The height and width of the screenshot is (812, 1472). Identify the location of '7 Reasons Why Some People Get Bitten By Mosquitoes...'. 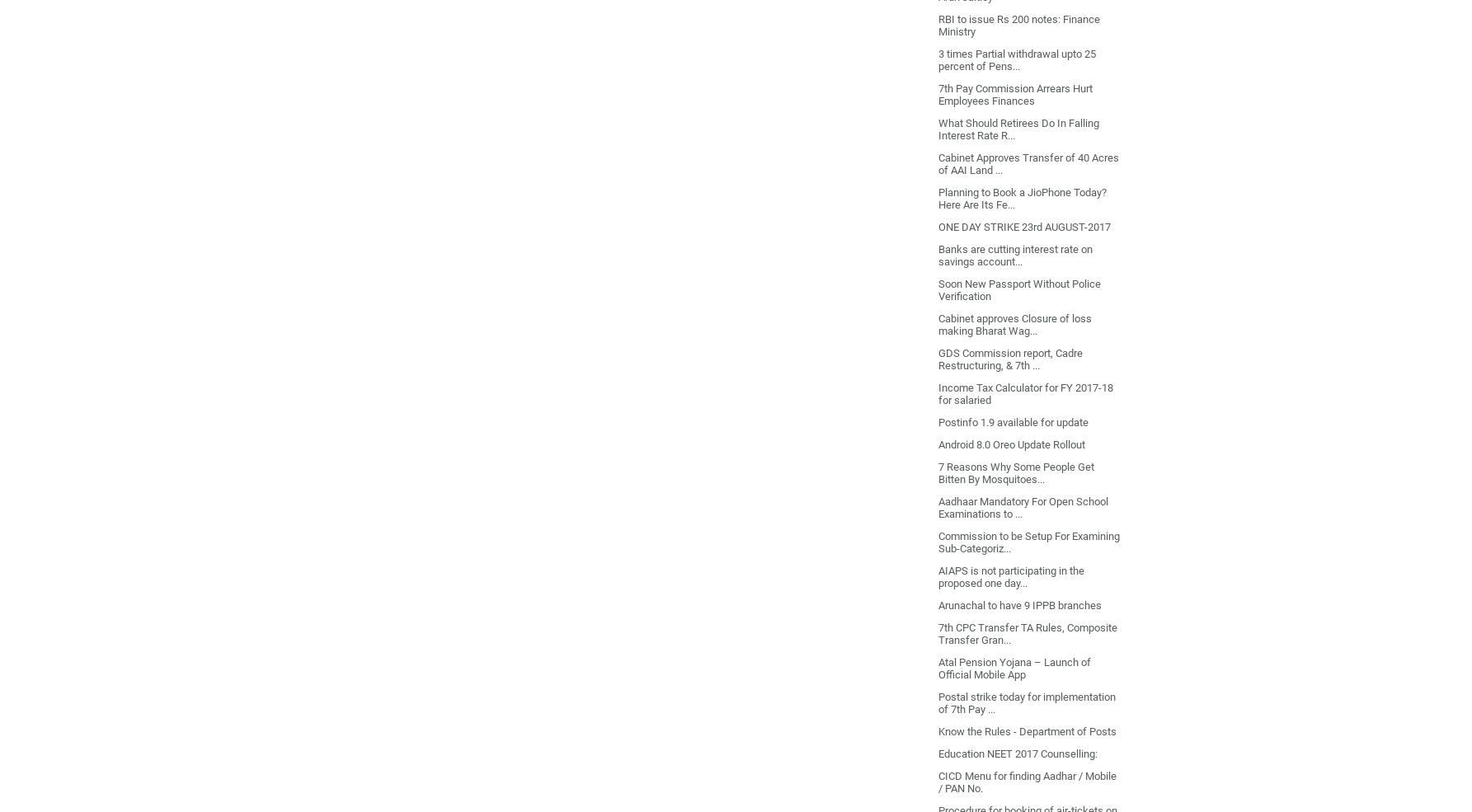
(1014, 472).